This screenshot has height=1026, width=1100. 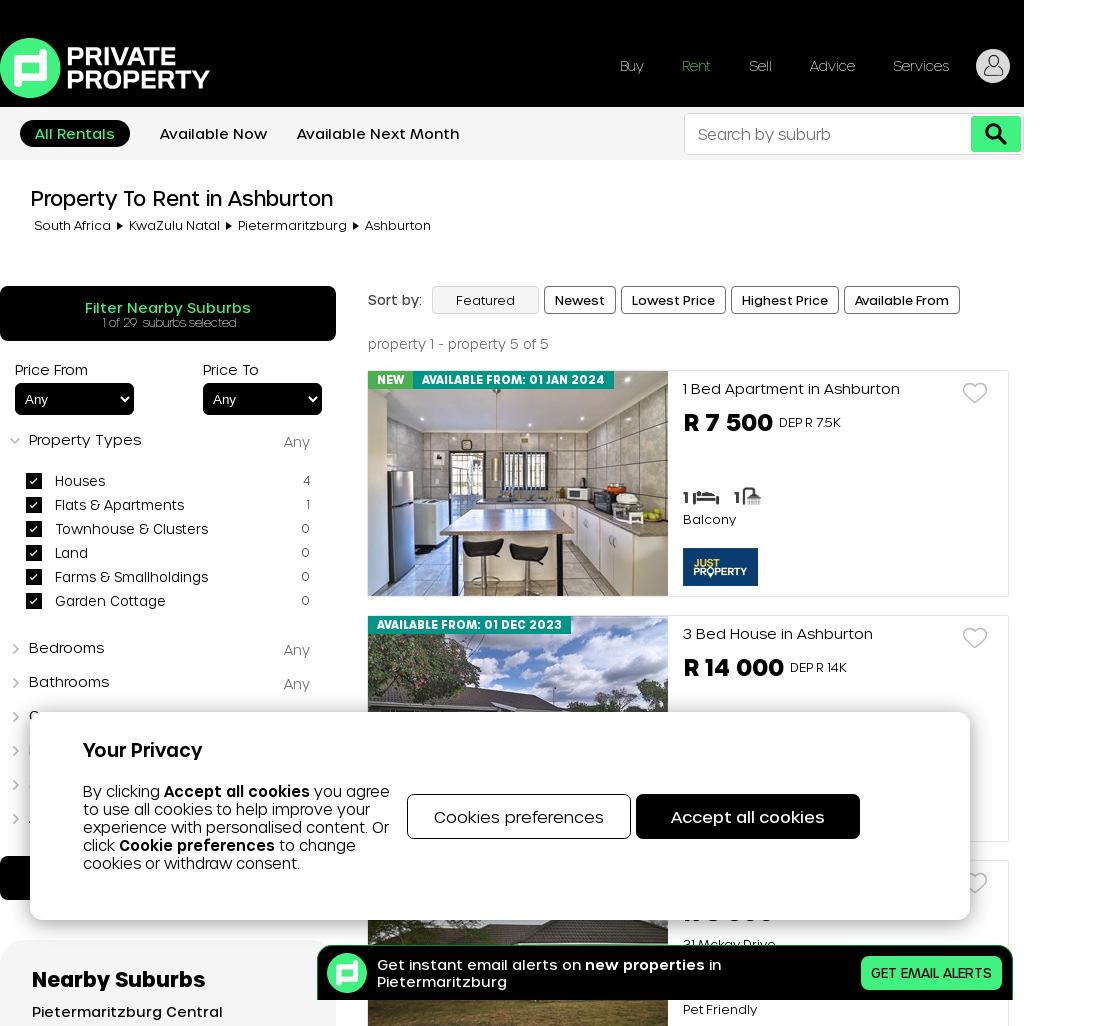 I want to click on 'Ashburton', so click(x=397, y=225).